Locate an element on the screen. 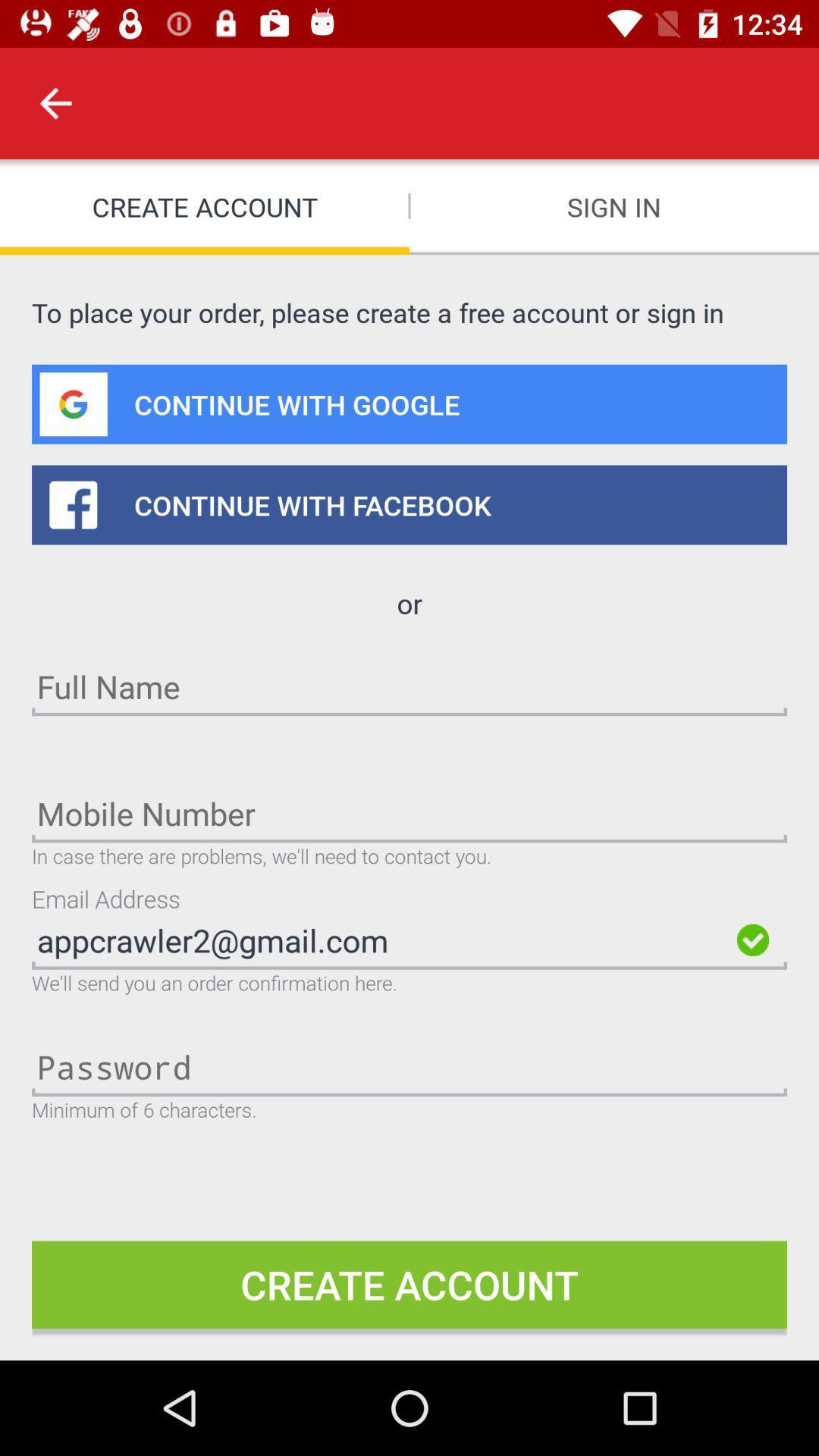 Image resolution: width=819 pixels, height=1456 pixels. password in this field is located at coordinates (409, 1065).